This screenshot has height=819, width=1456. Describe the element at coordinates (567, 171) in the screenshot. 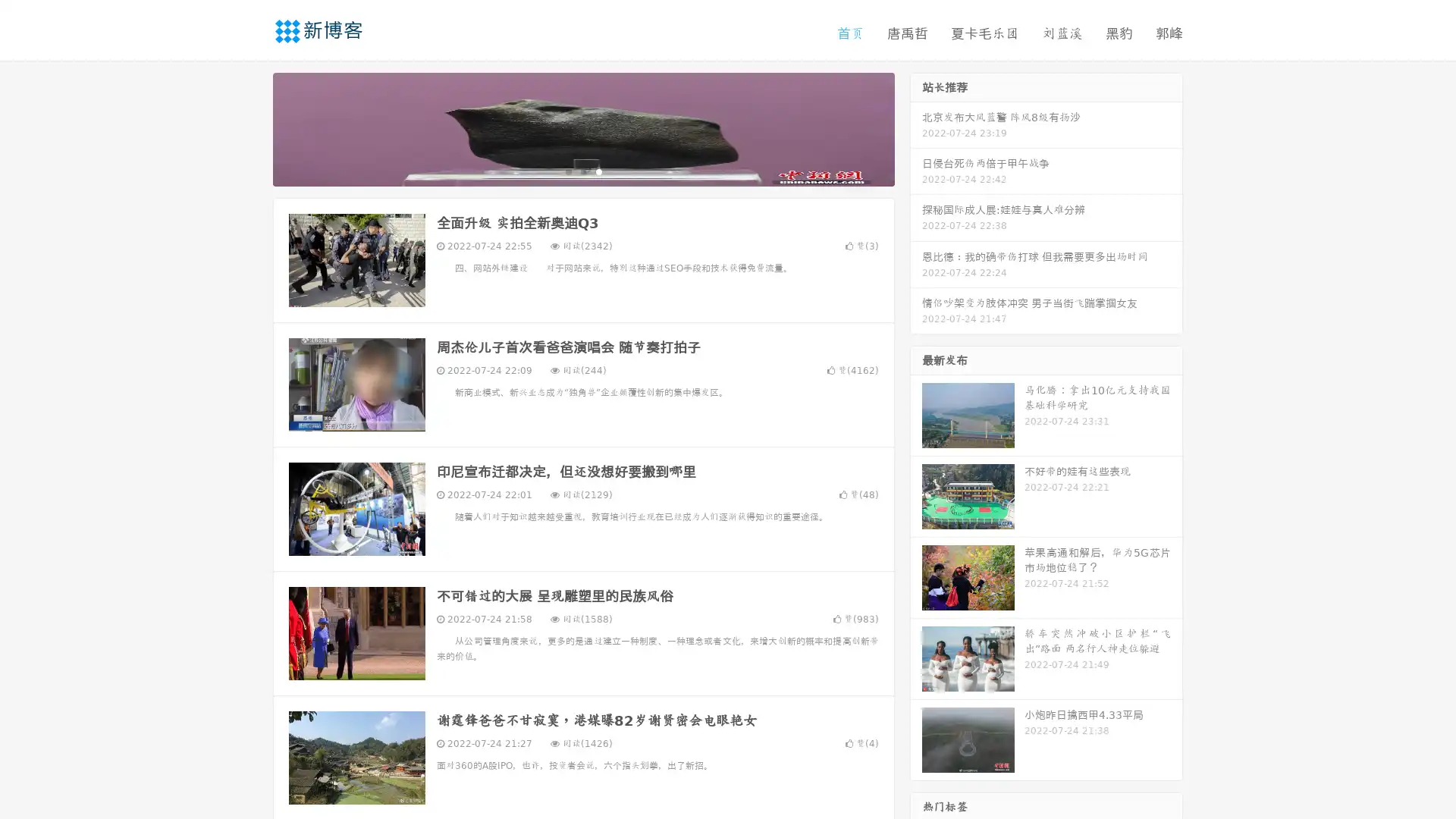

I see `Go to slide 1` at that location.